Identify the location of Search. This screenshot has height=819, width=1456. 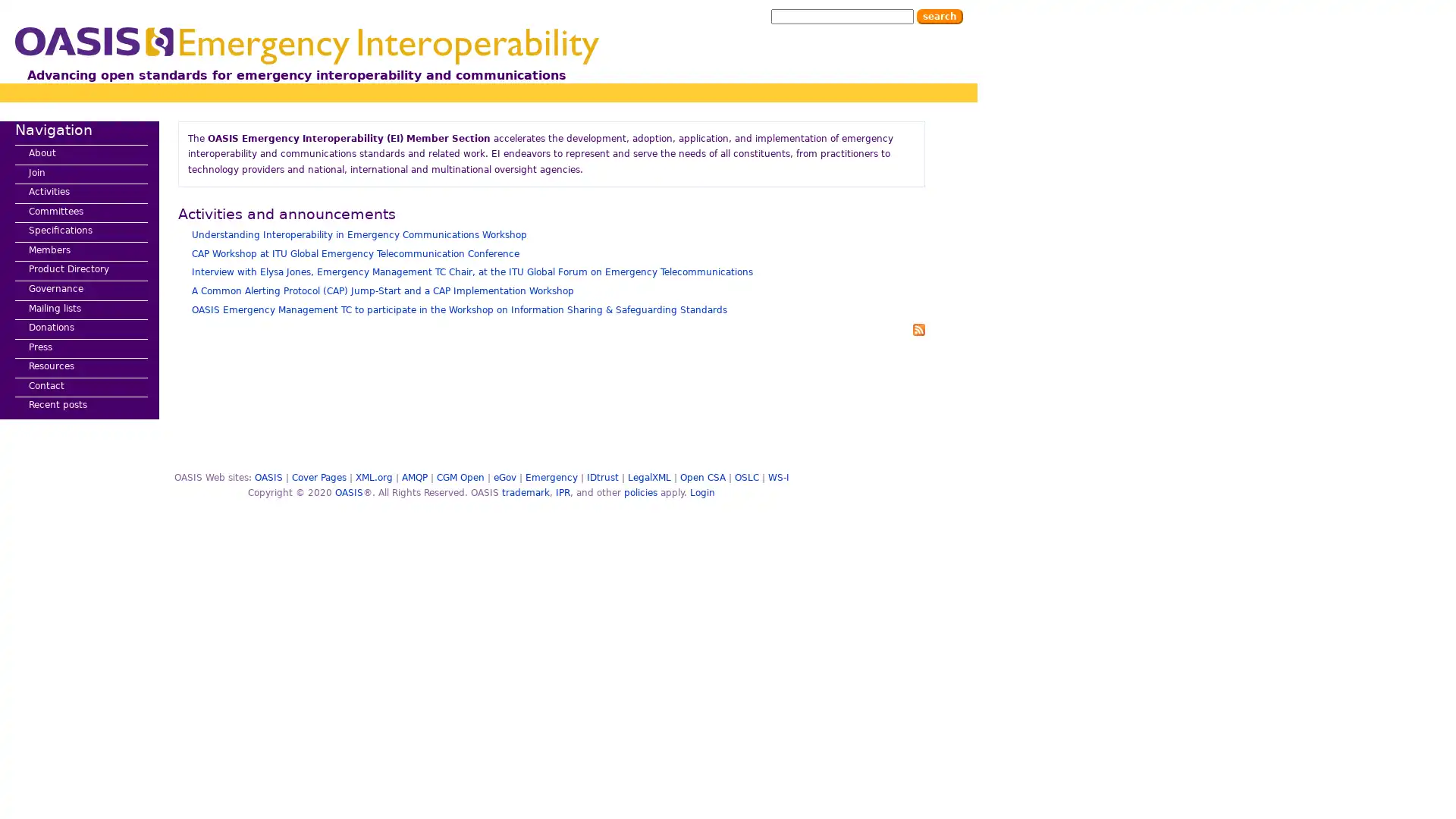
(939, 17).